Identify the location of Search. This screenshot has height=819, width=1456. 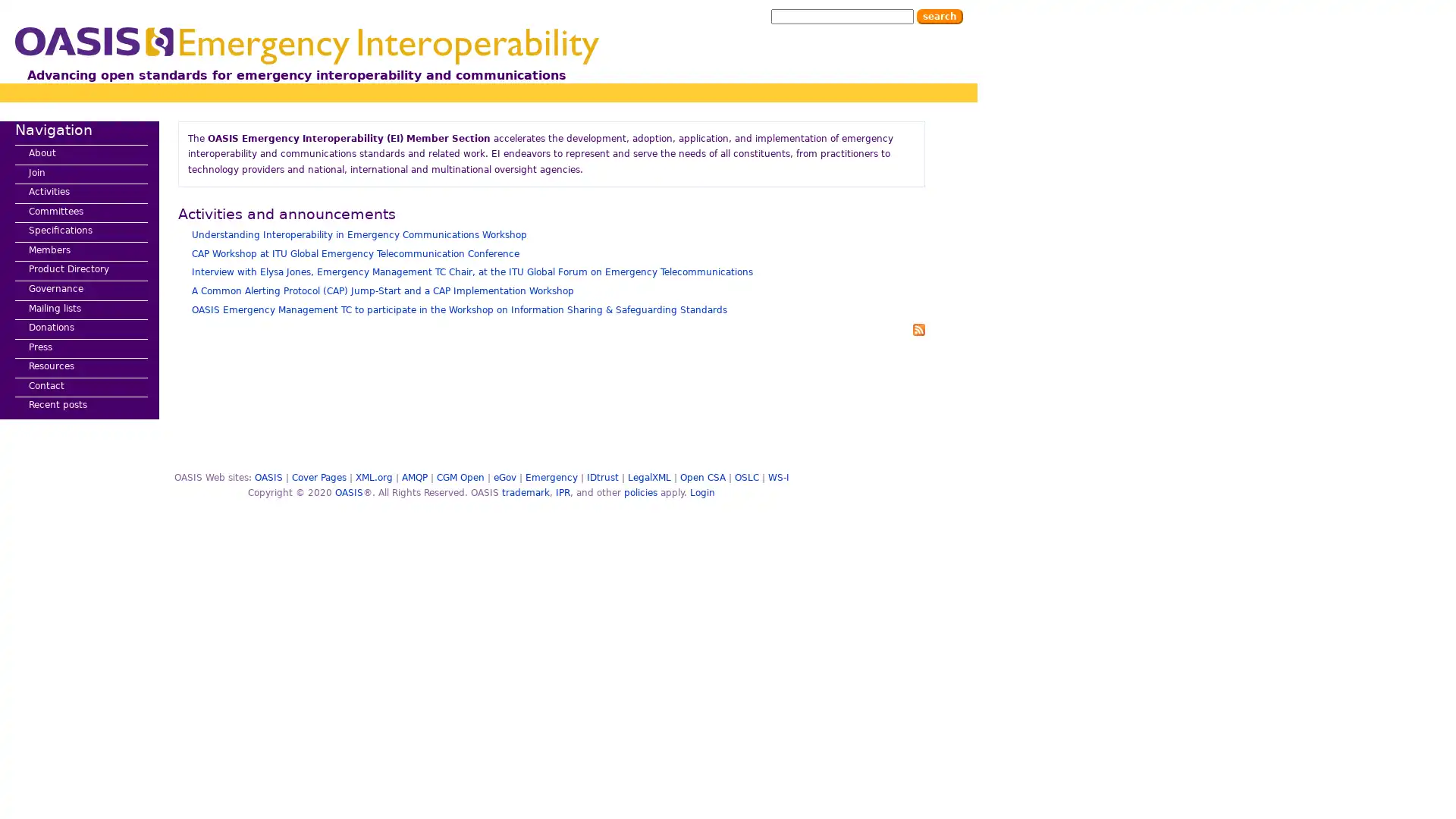
(939, 17).